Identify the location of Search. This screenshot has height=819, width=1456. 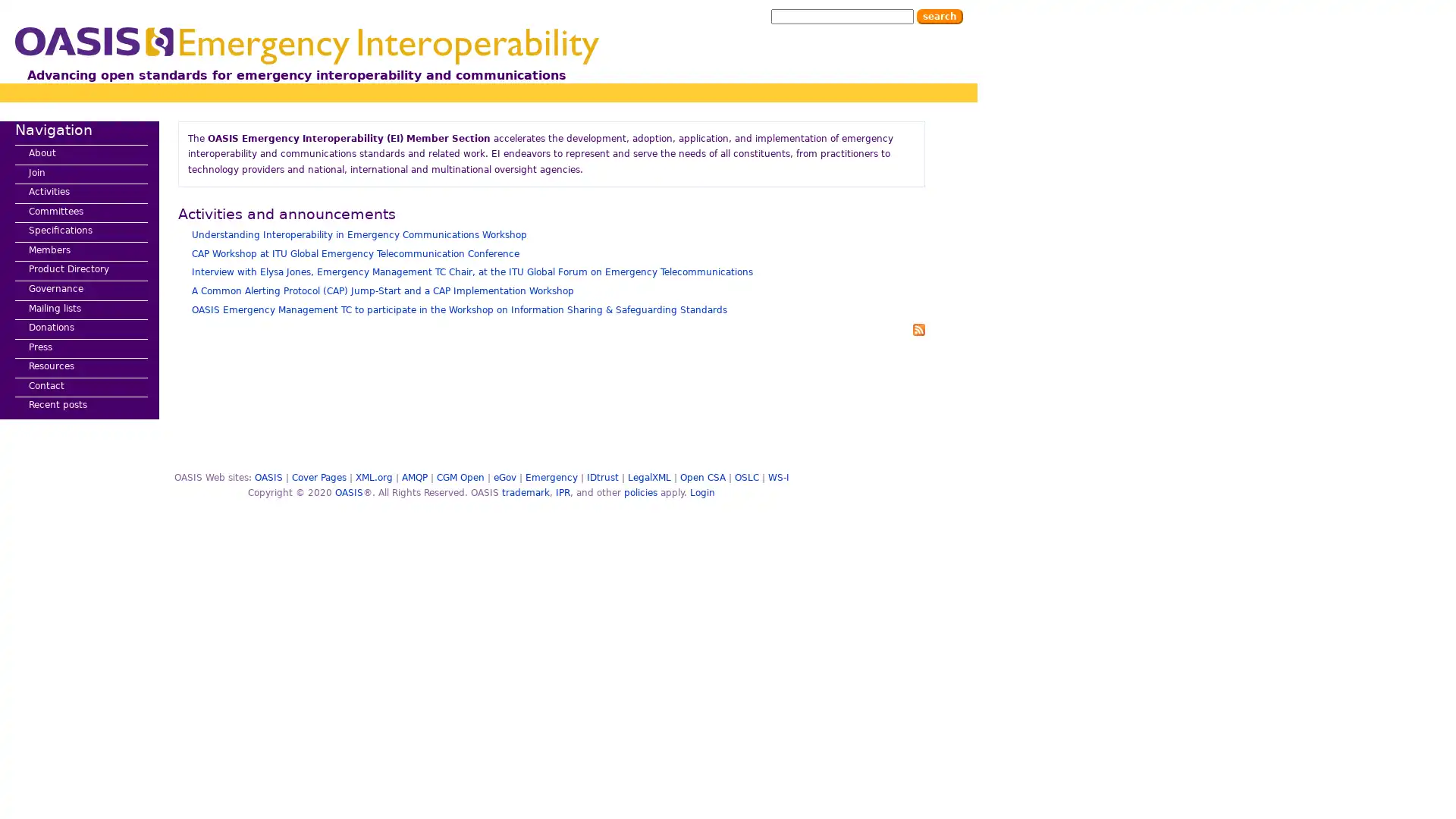
(939, 17).